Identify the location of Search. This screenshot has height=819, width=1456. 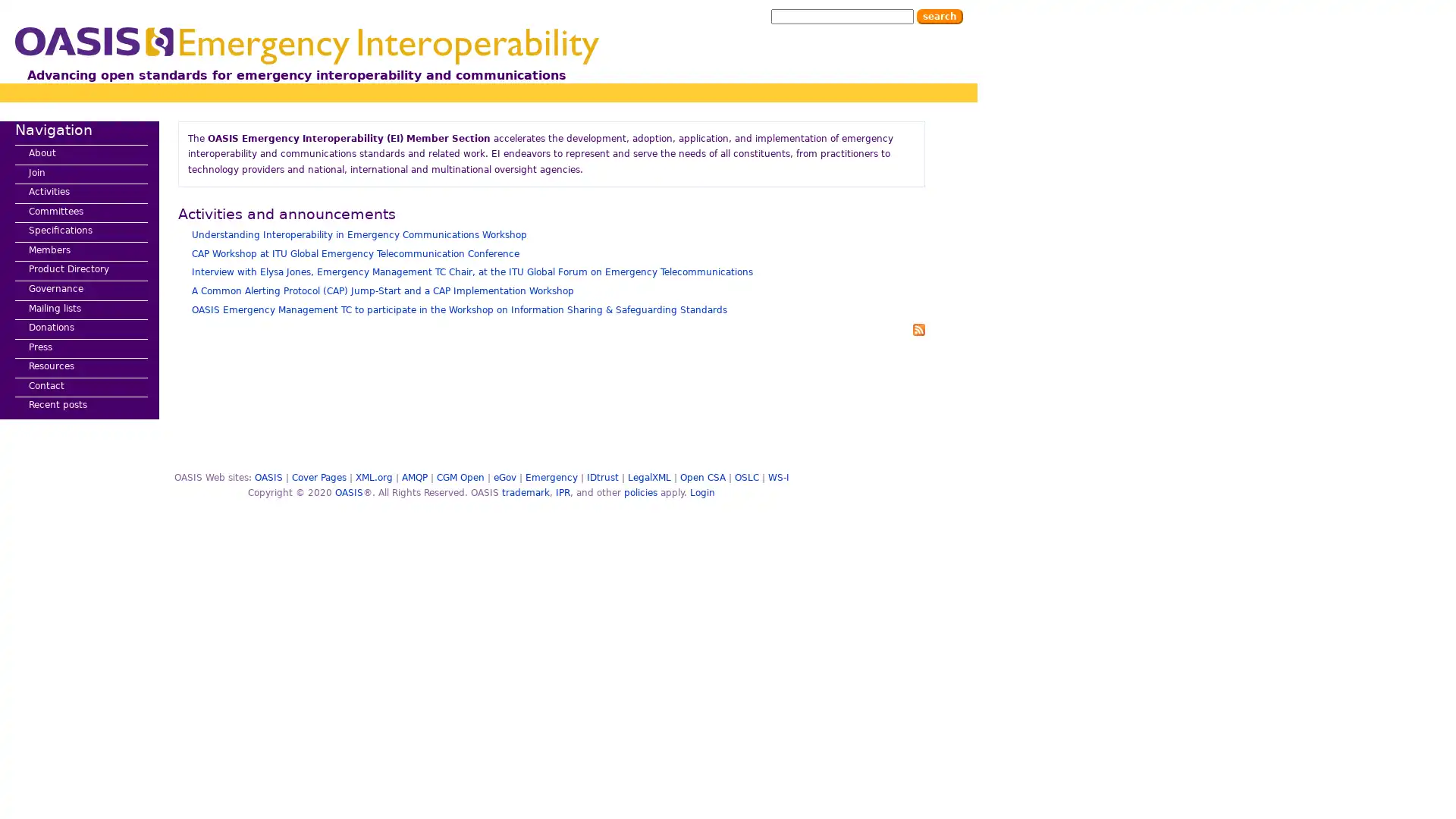
(939, 17).